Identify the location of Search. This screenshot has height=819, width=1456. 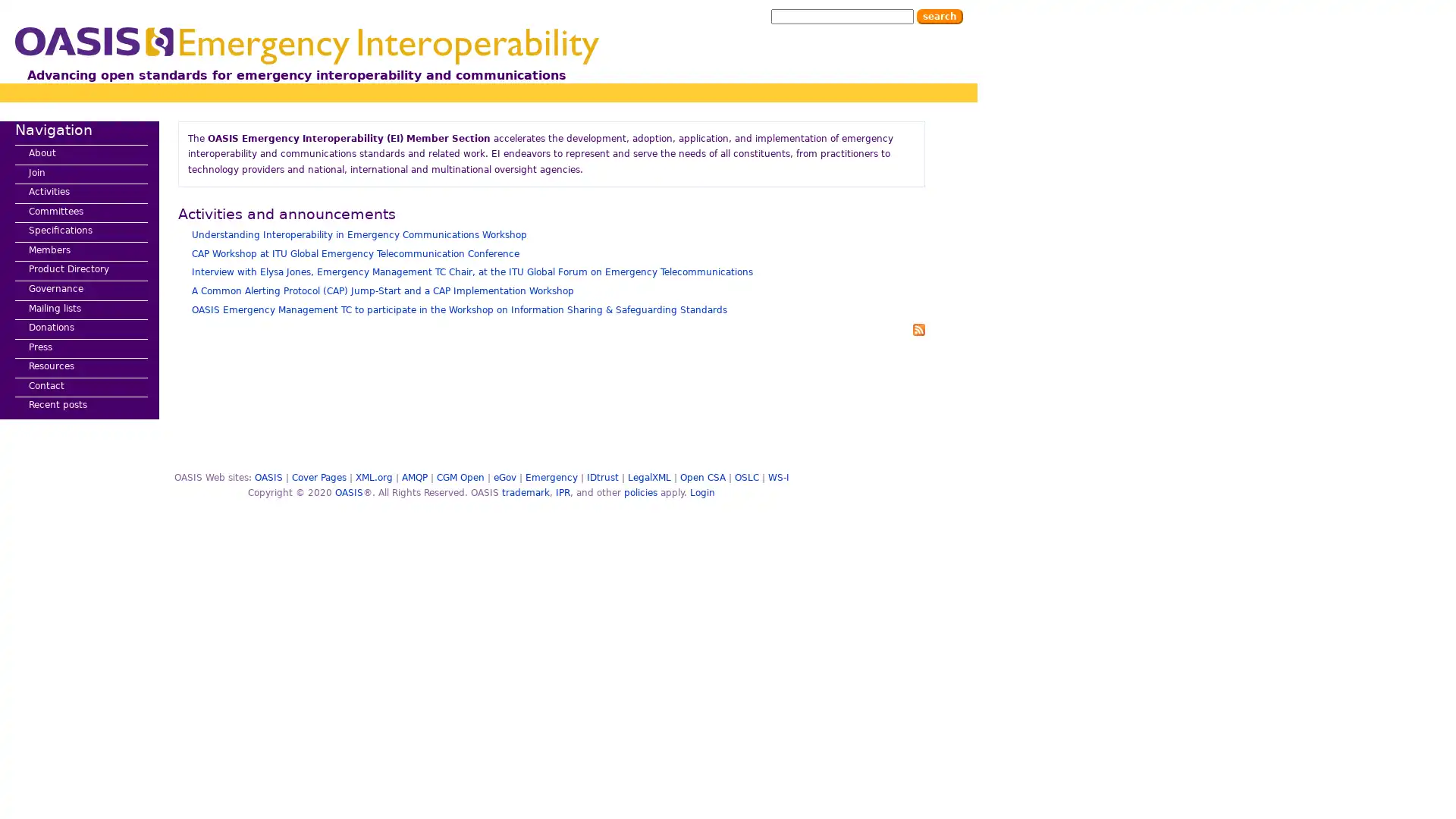
(939, 17).